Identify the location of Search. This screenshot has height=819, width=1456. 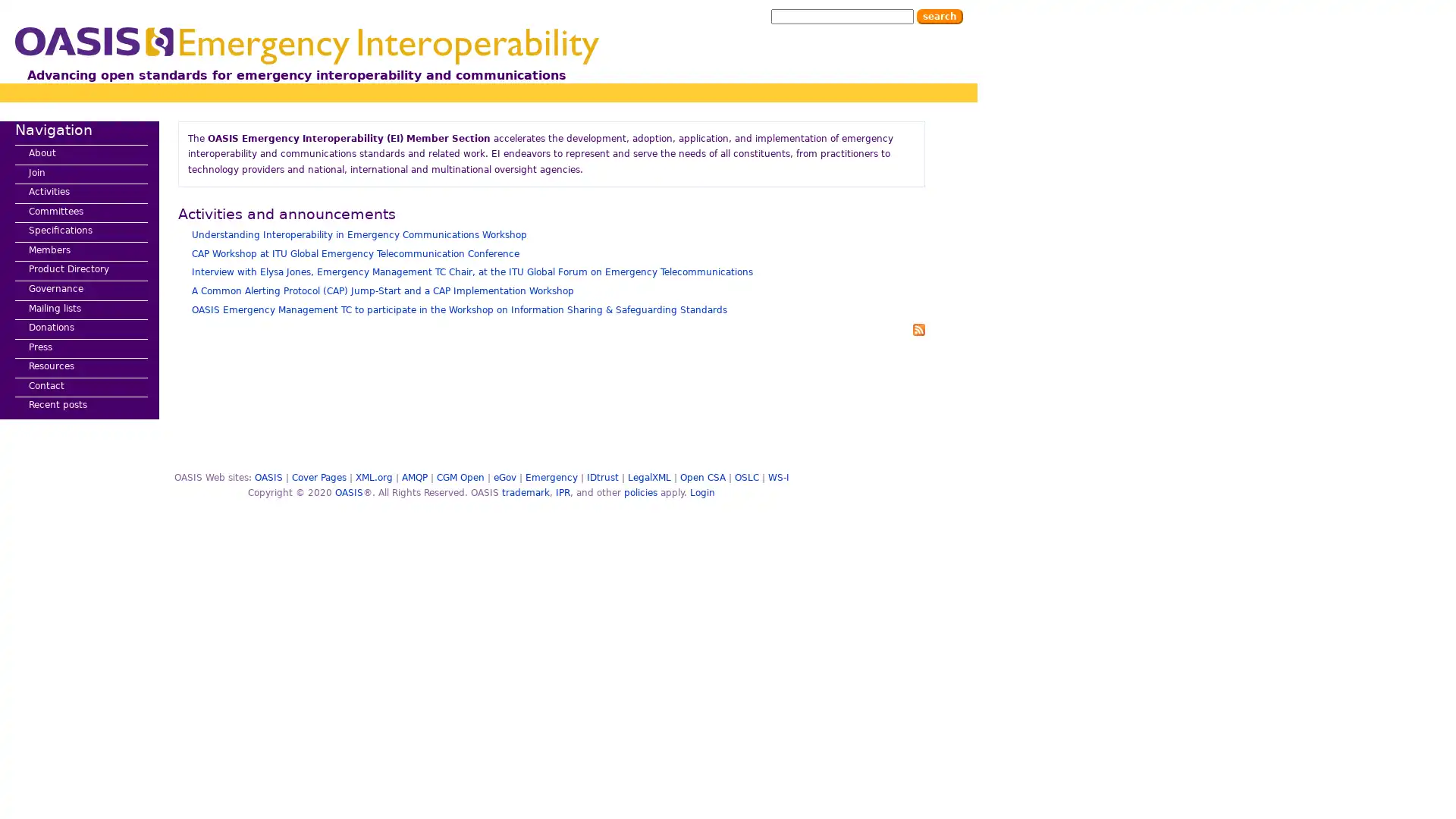
(939, 17).